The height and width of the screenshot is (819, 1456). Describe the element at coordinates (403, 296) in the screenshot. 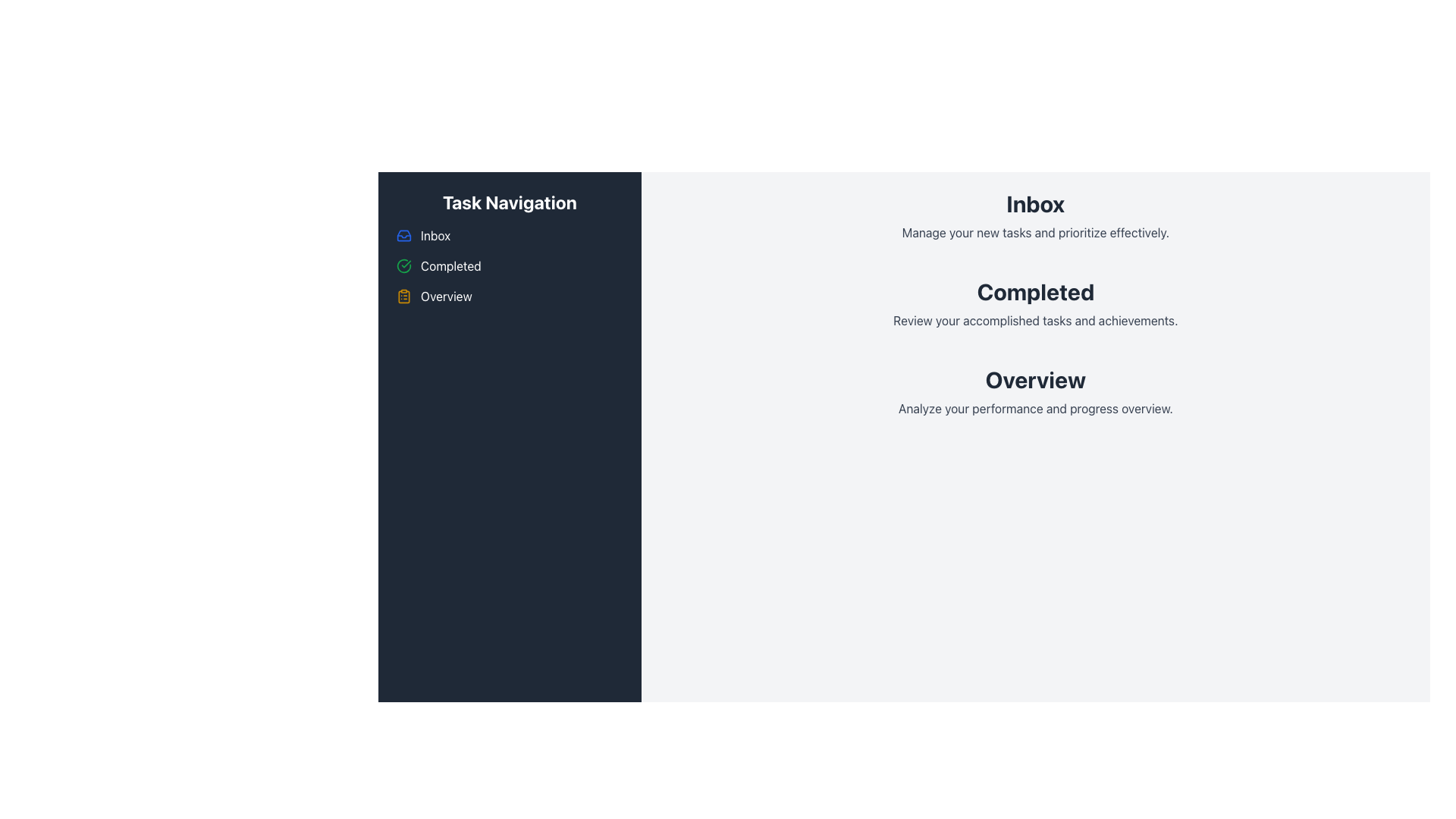

I see `the 'Overview' icon in the left navigation panel to observe its appearance` at that location.